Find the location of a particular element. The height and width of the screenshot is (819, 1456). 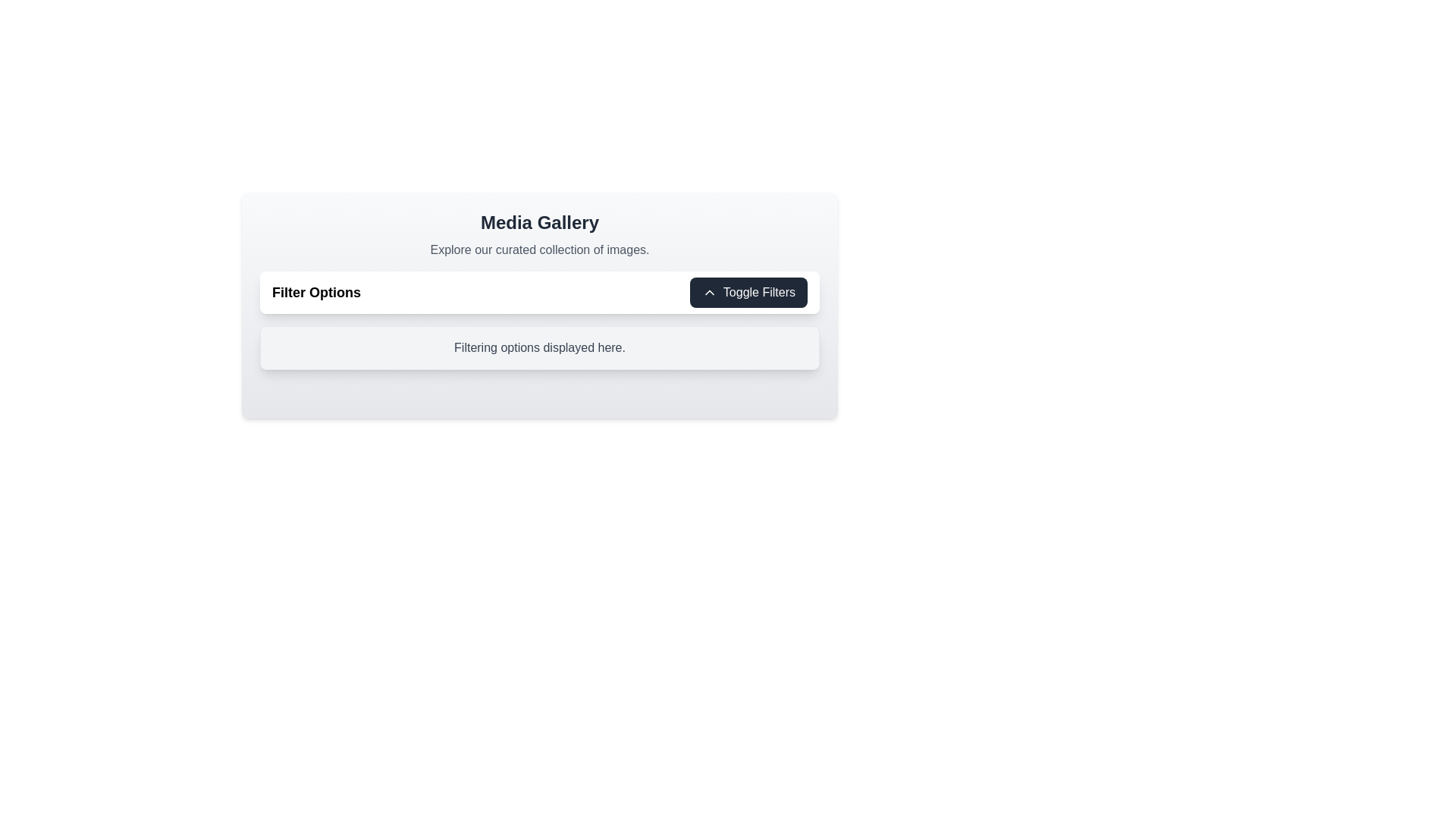

the header text element which serves as the title for the section, positioned above another text element that reads 'Explore our curated collection of images.' is located at coordinates (539, 222).